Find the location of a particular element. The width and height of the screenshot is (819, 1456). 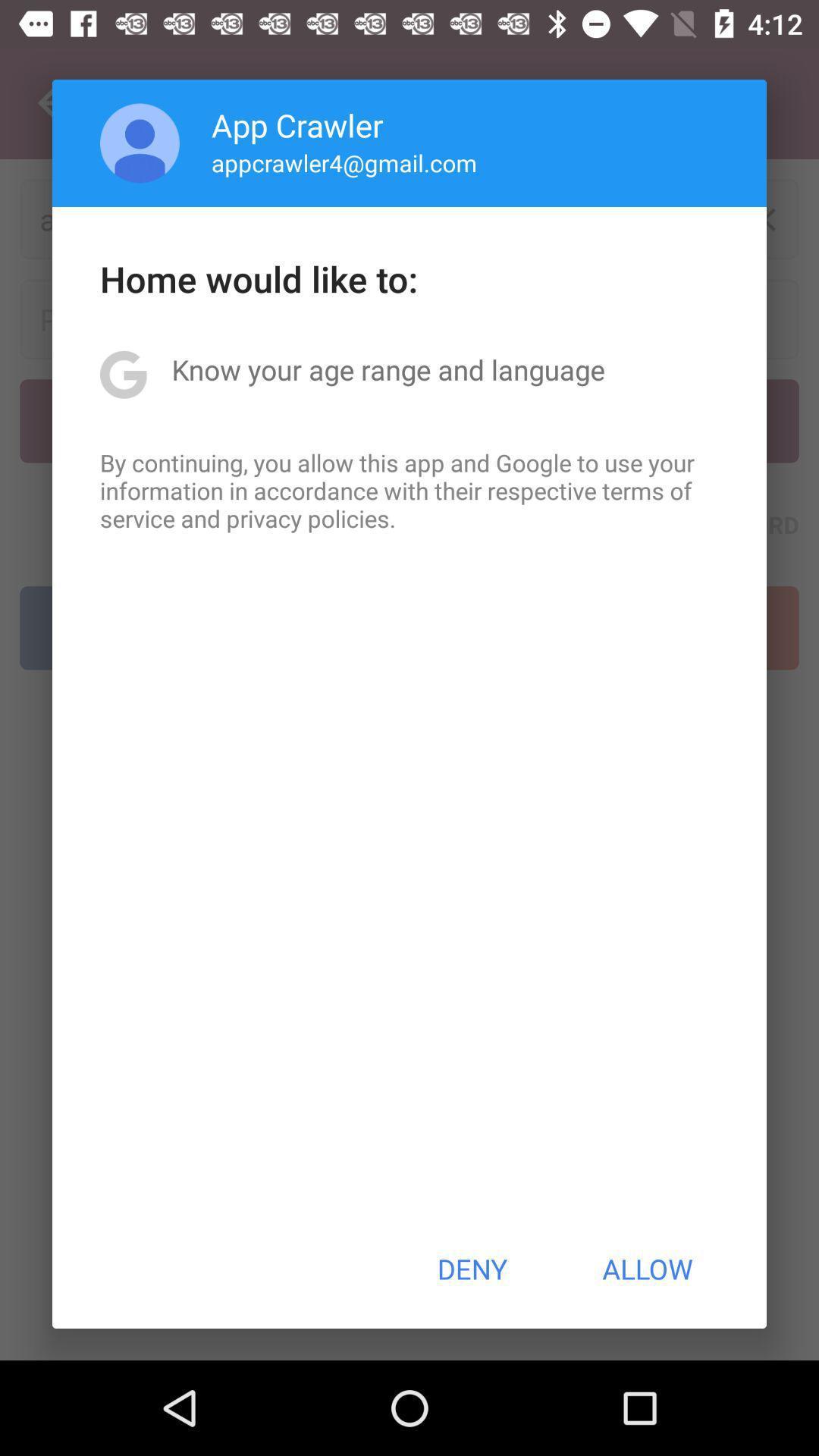

item at the bottom is located at coordinates (471, 1269).